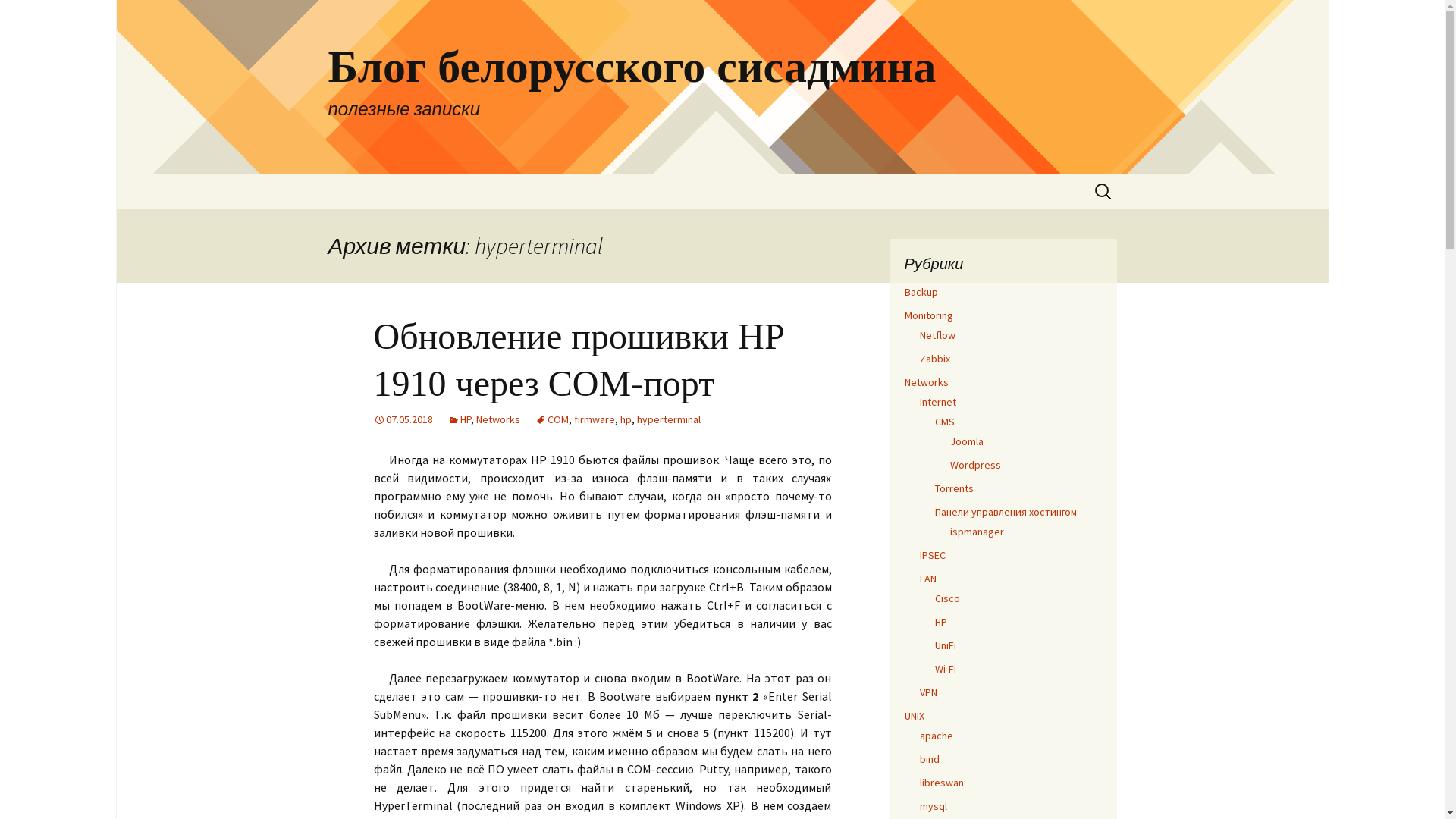 The width and height of the screenshot is (1456, 819). I want to click on 'HP', so click(457, 419).